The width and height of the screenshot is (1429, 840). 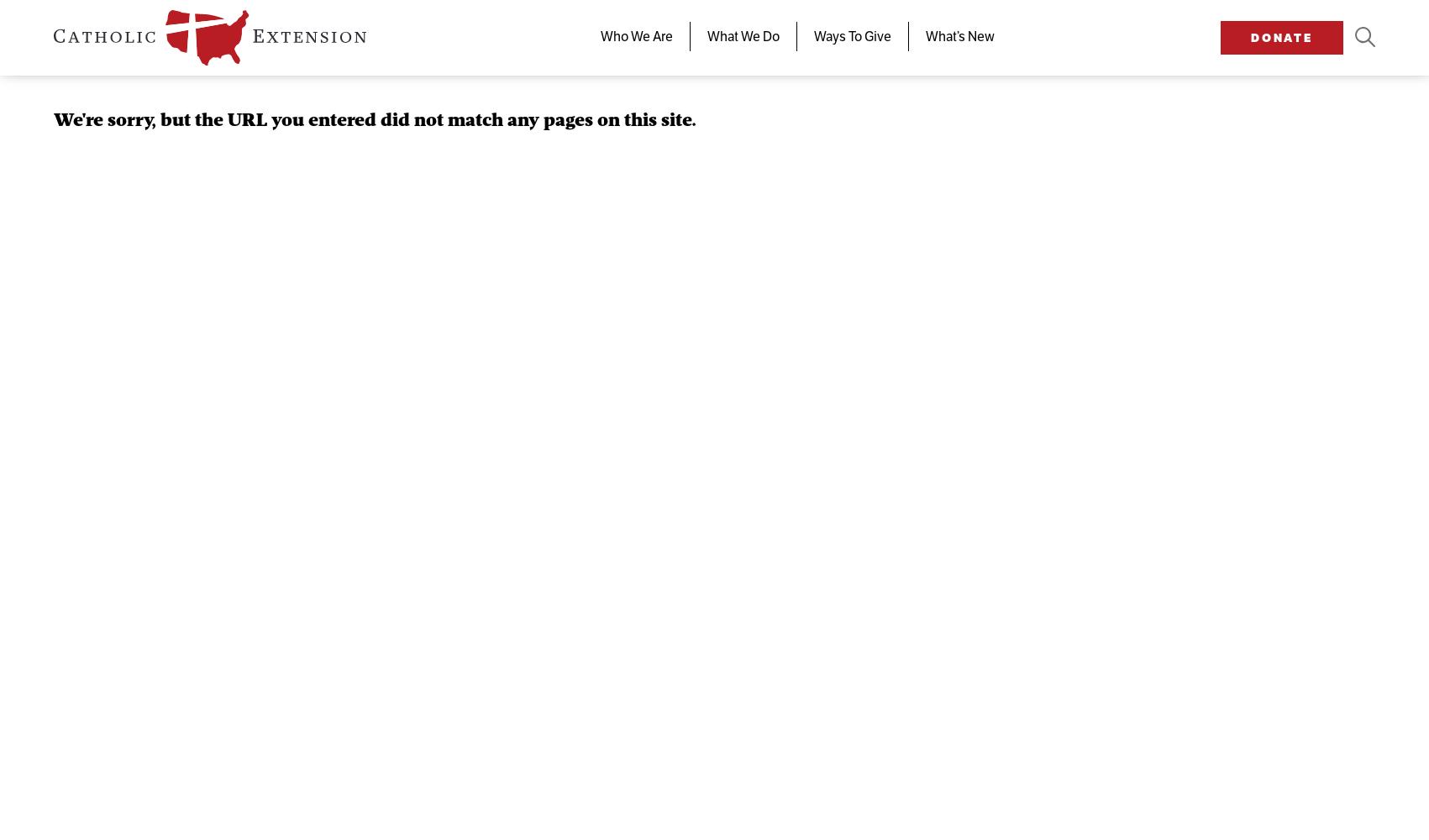 I want to click on 'Our Mission', so click(x=706, y=113).